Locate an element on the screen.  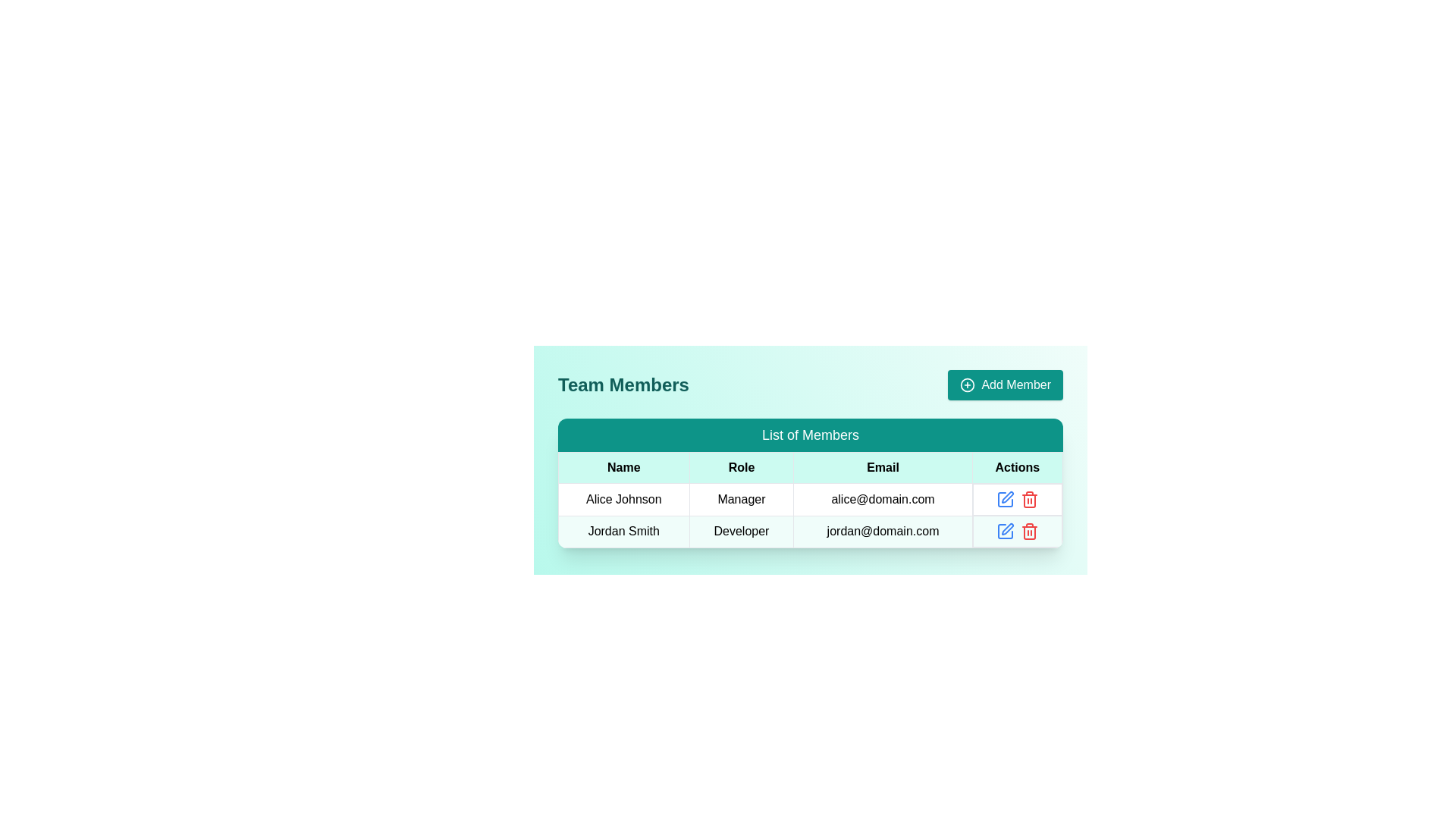
the email address label in the third cell of the first data row of the table, which displays the email of 'Alice Johnson', the Manager is located at coordinates (883, 499).